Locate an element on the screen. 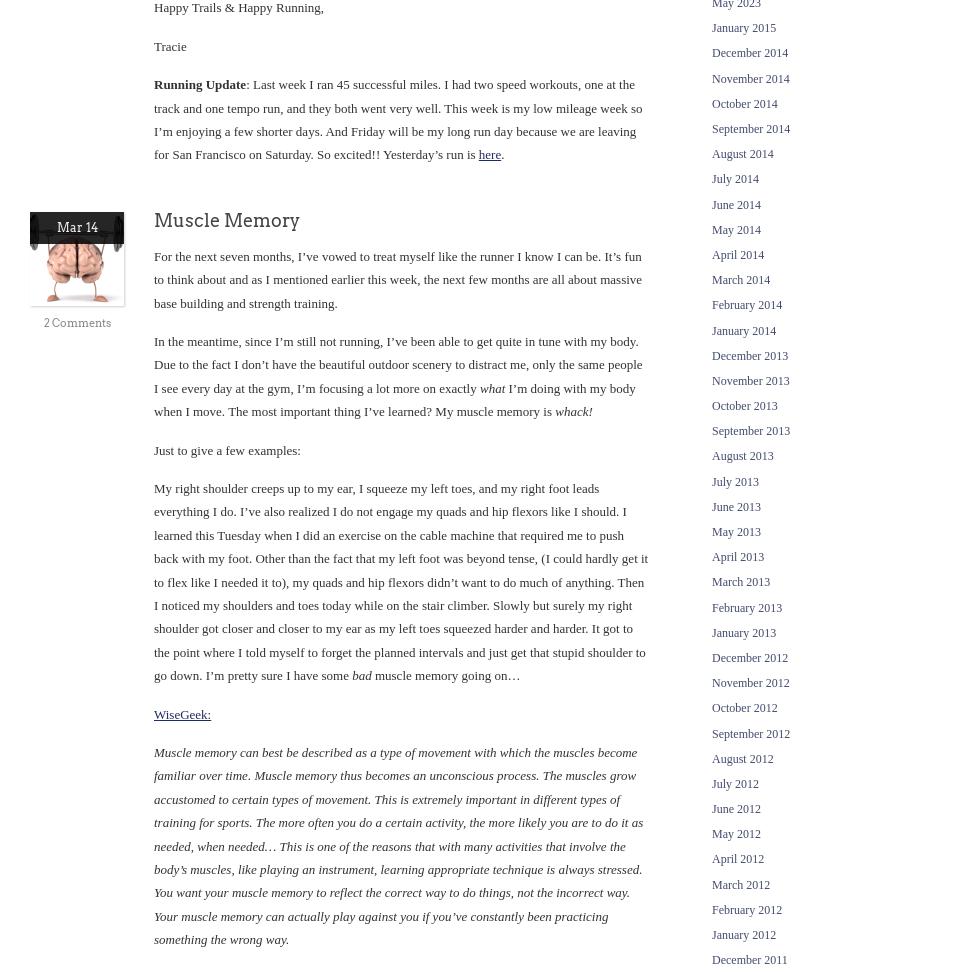  'January 2013' is located at coordinates (712, 631).